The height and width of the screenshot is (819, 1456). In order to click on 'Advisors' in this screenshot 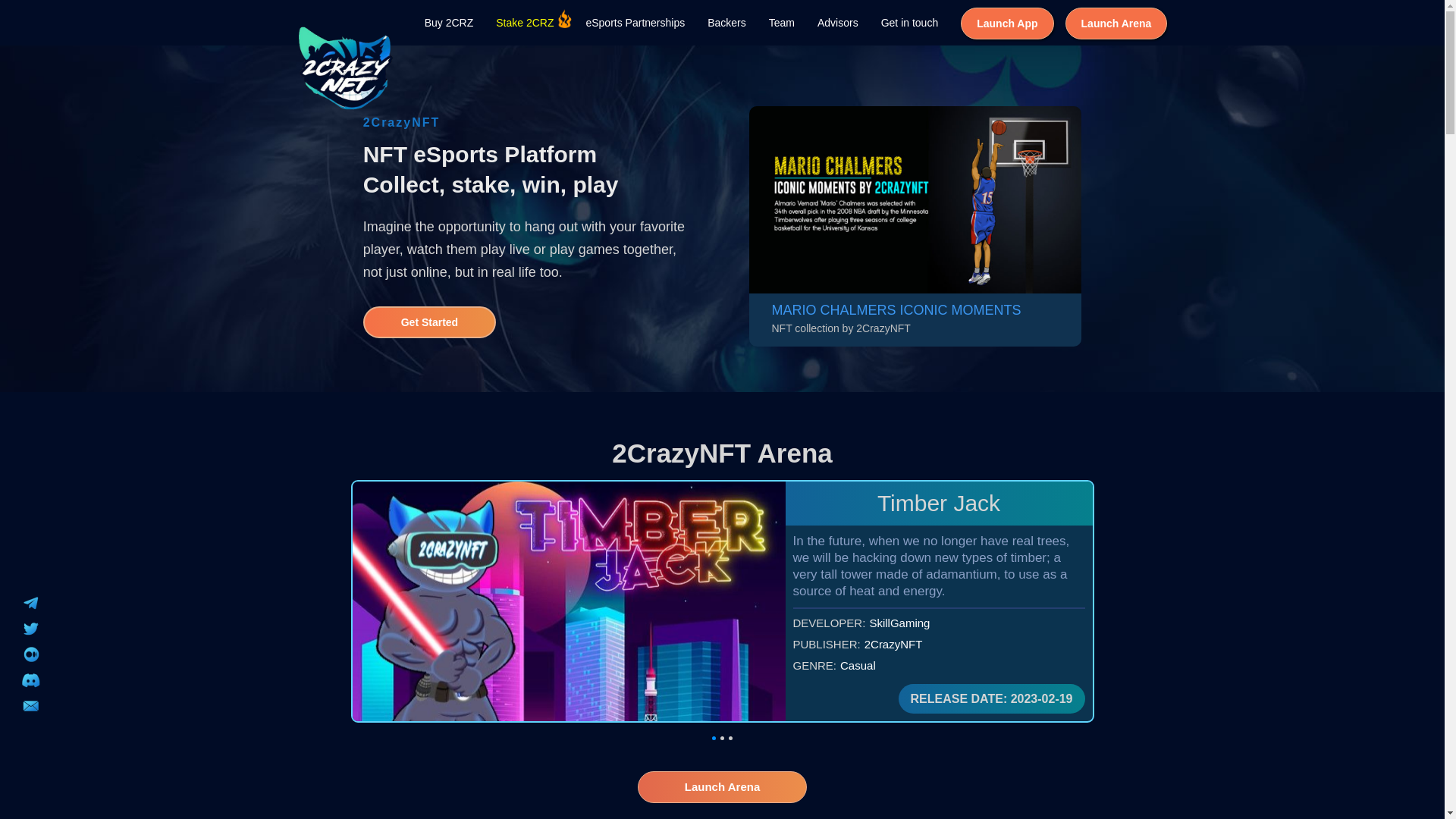, I will do `click(805, 23)`.